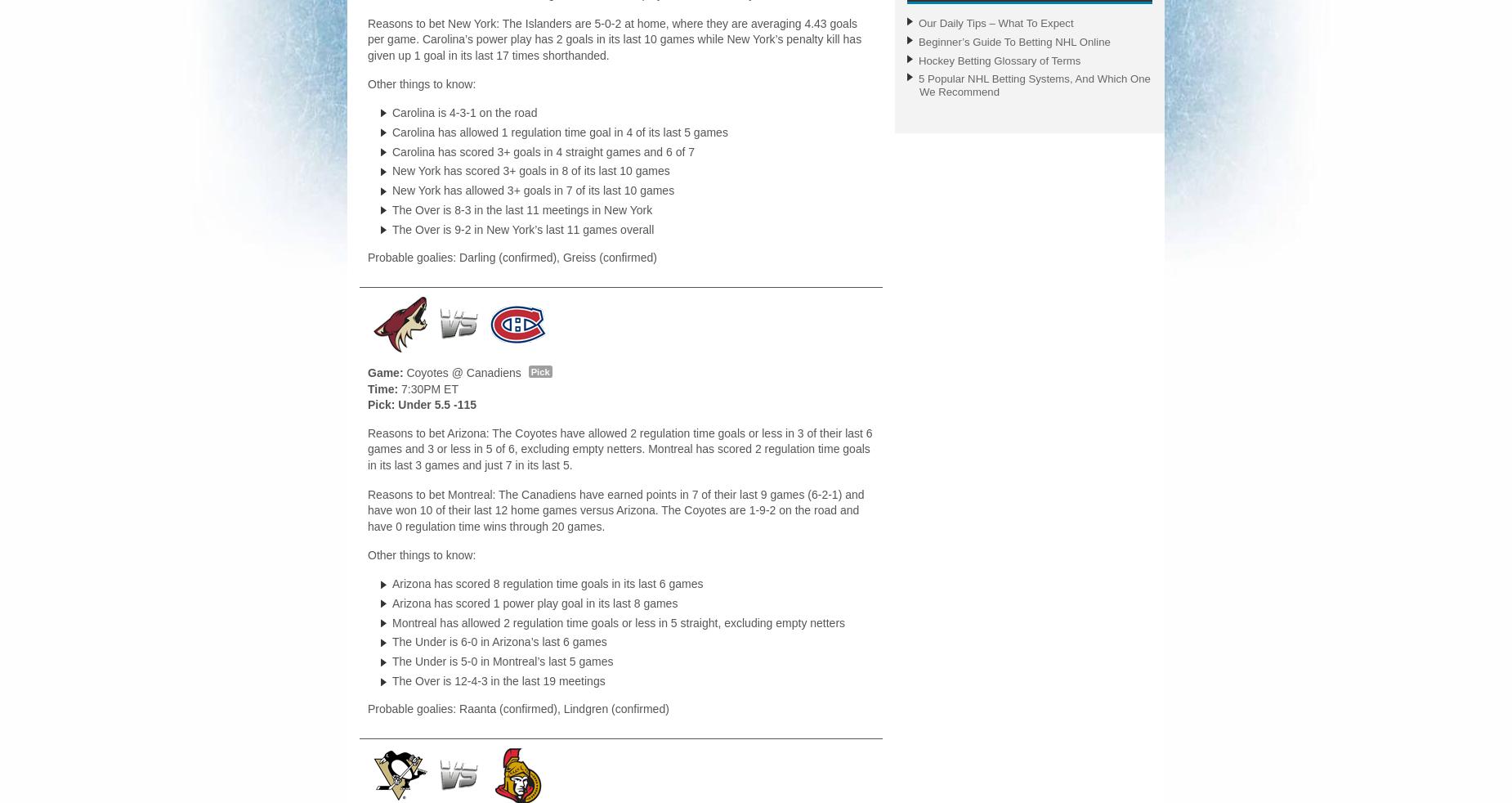 The image size is (1512, 803). I want to click on 'The Over is 12-4-3 in the last 19 meetings', so click(498, 681).